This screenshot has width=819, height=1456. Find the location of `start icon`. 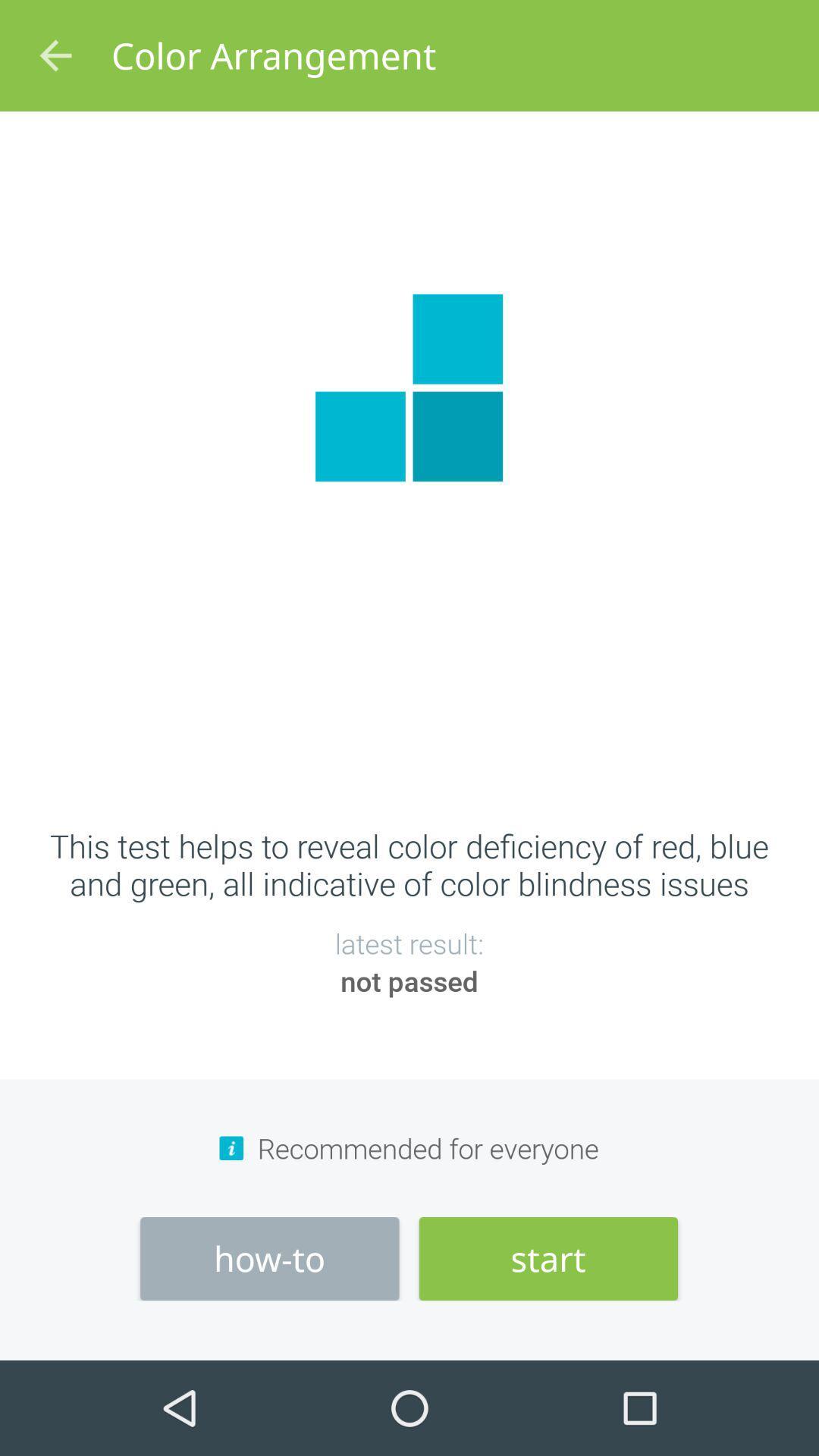

start icon is located at coordinates (548, 1259).